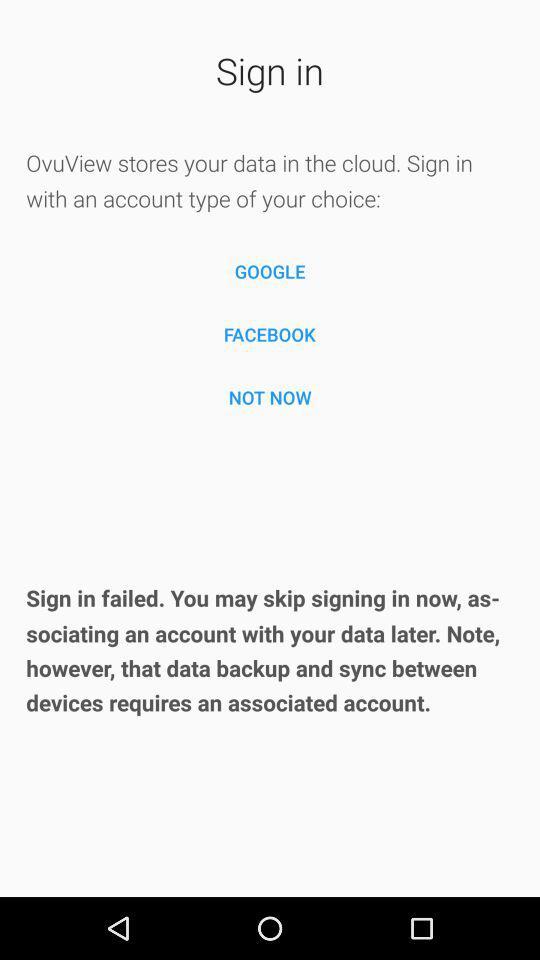 This screenshot has width=540, height=960. Describe the element at coordinates (270, 270) in the screenshot. I see `the icon below the ovuview stores your icon` at that location.